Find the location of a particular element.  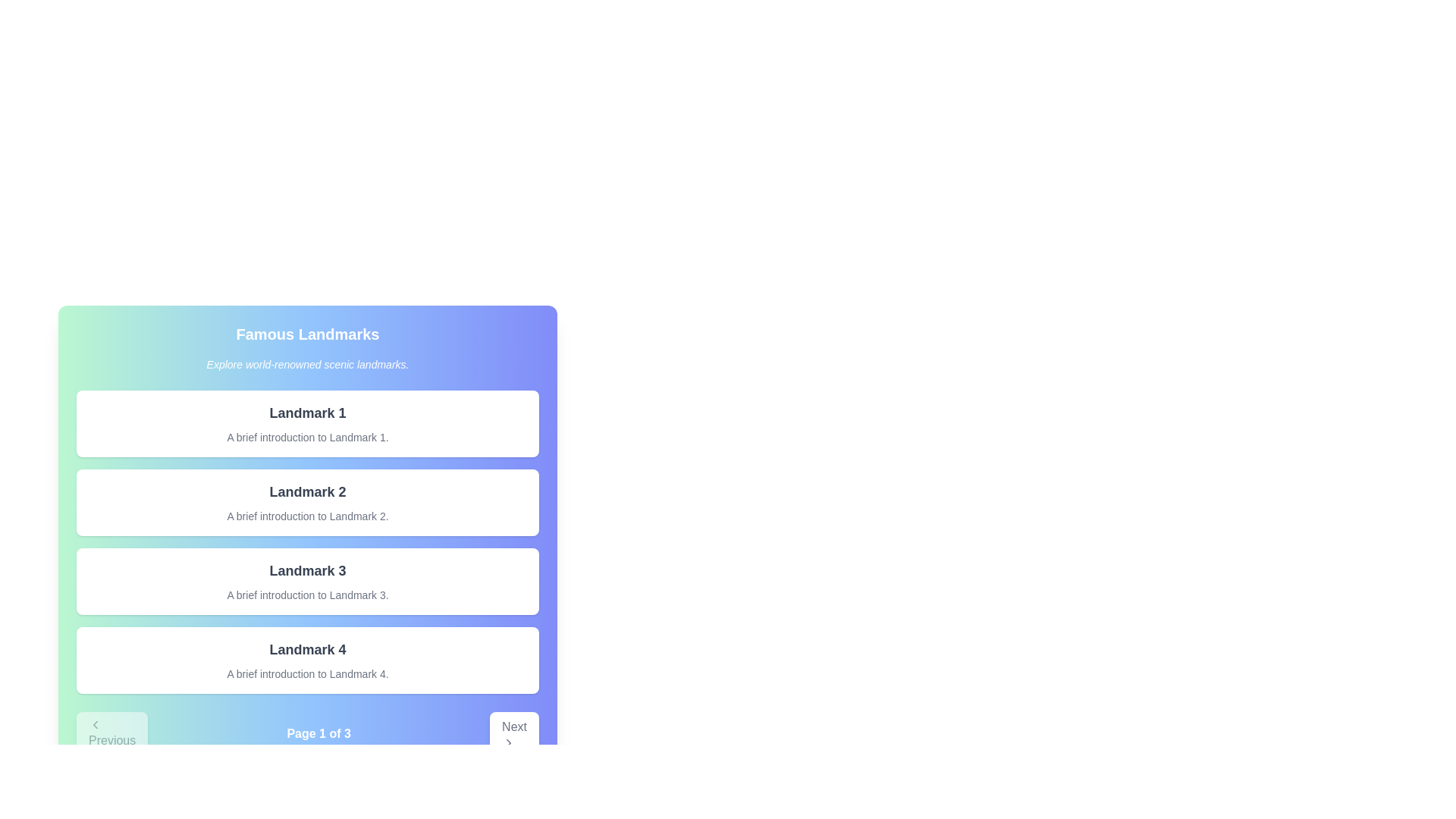

the left navigation button located at the bottom of the interface is located at coordinates (111, 733).